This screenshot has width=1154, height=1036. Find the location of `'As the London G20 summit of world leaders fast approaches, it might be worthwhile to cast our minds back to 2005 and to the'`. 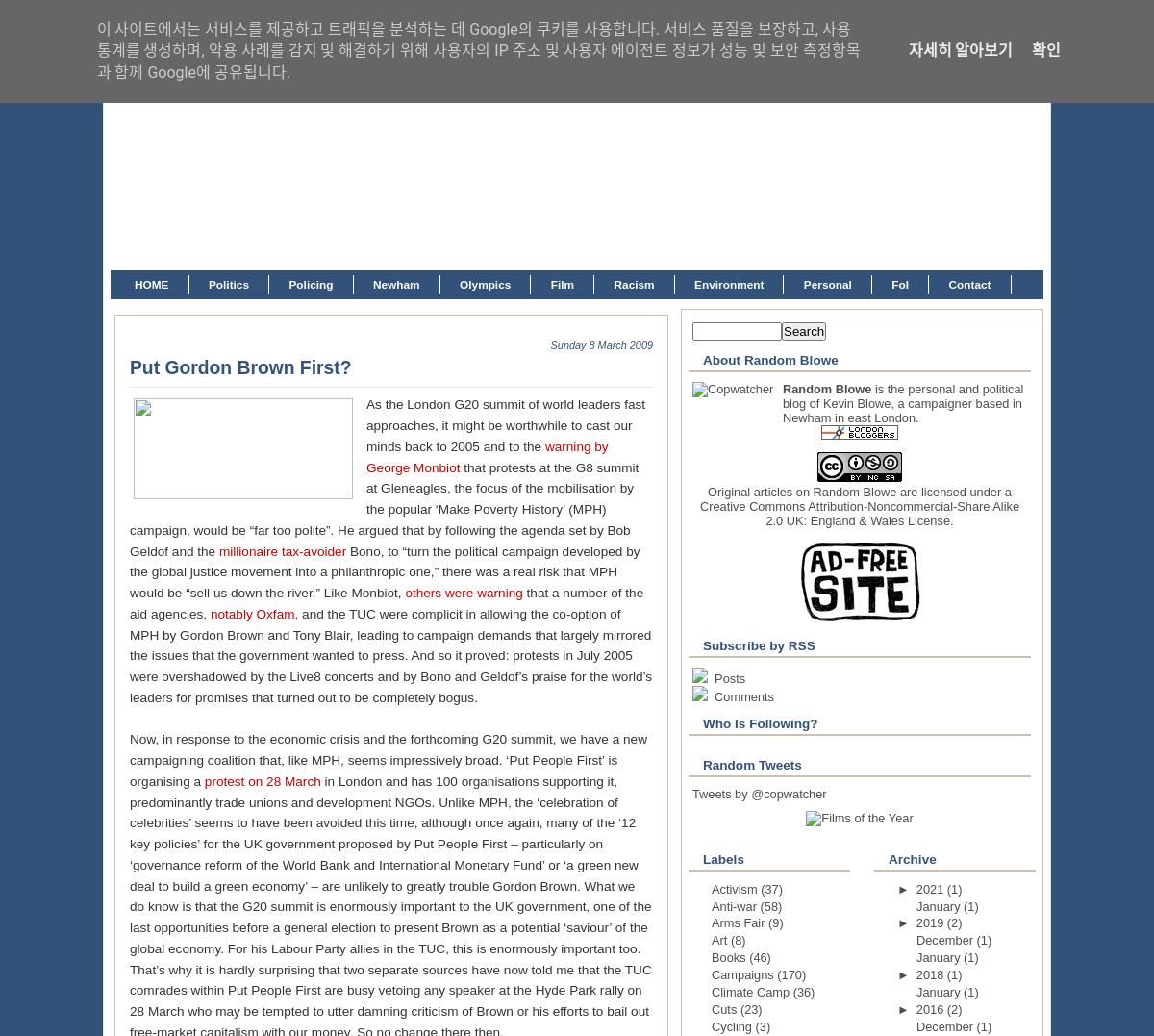

'As the London G20 summit of world leaders fast approaches, it might be worthwhile to cast our minds back to 2005 and to the' is located at coordinates (504, 424).